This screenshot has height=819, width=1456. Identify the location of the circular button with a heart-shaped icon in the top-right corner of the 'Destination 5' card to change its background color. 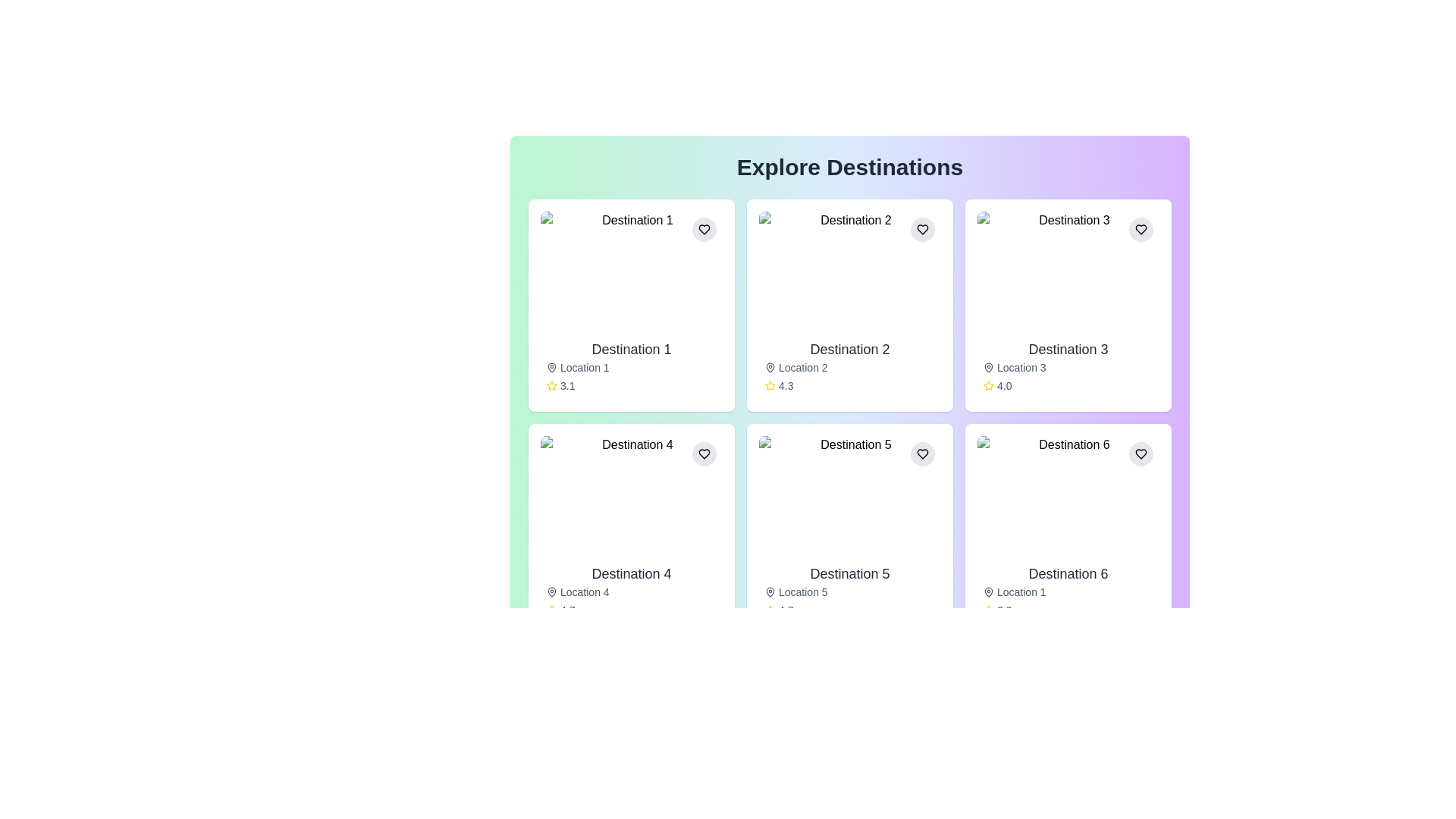
(922, 453).